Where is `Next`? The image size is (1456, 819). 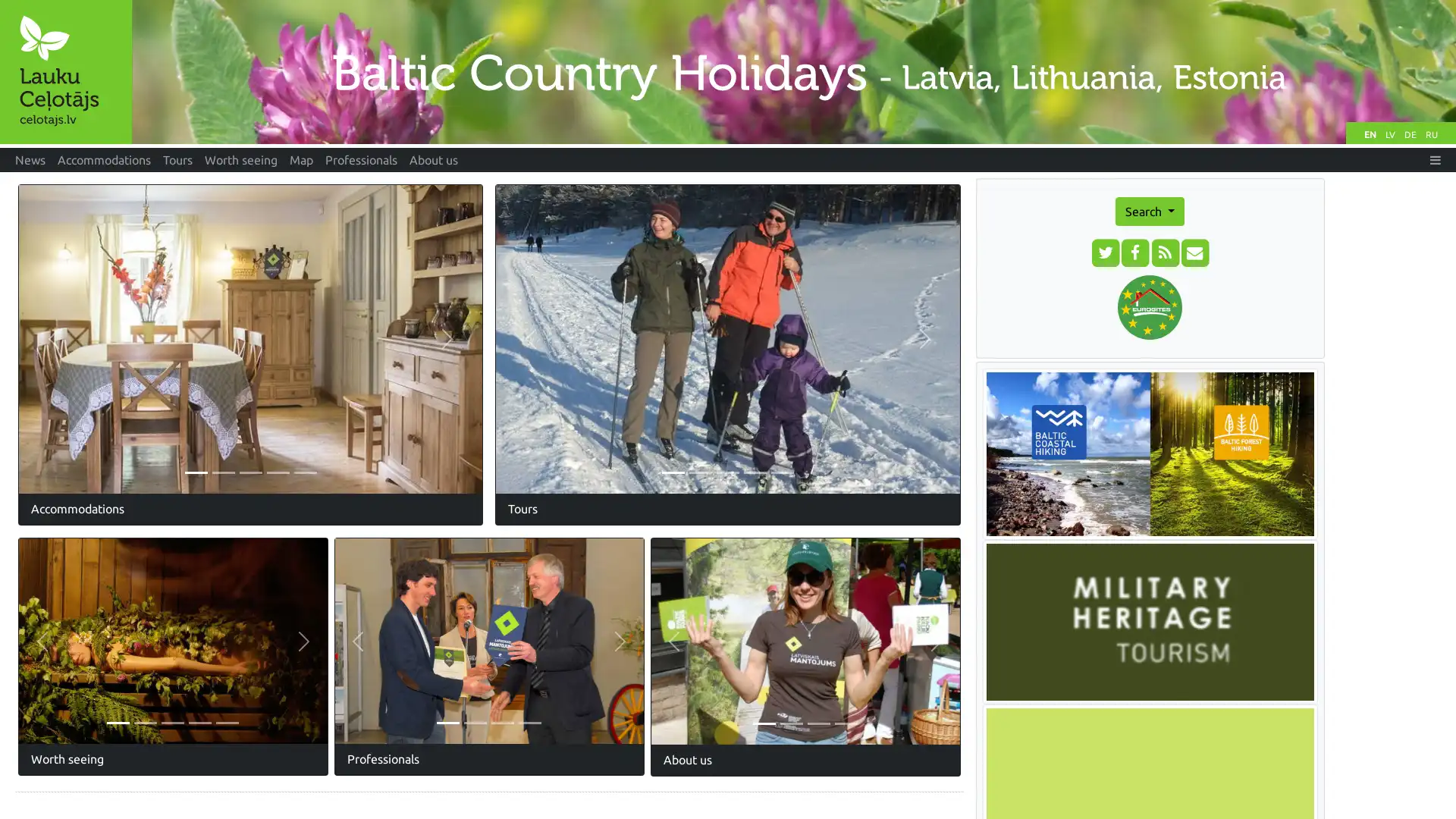 Next is located at coordinates (303, 641).